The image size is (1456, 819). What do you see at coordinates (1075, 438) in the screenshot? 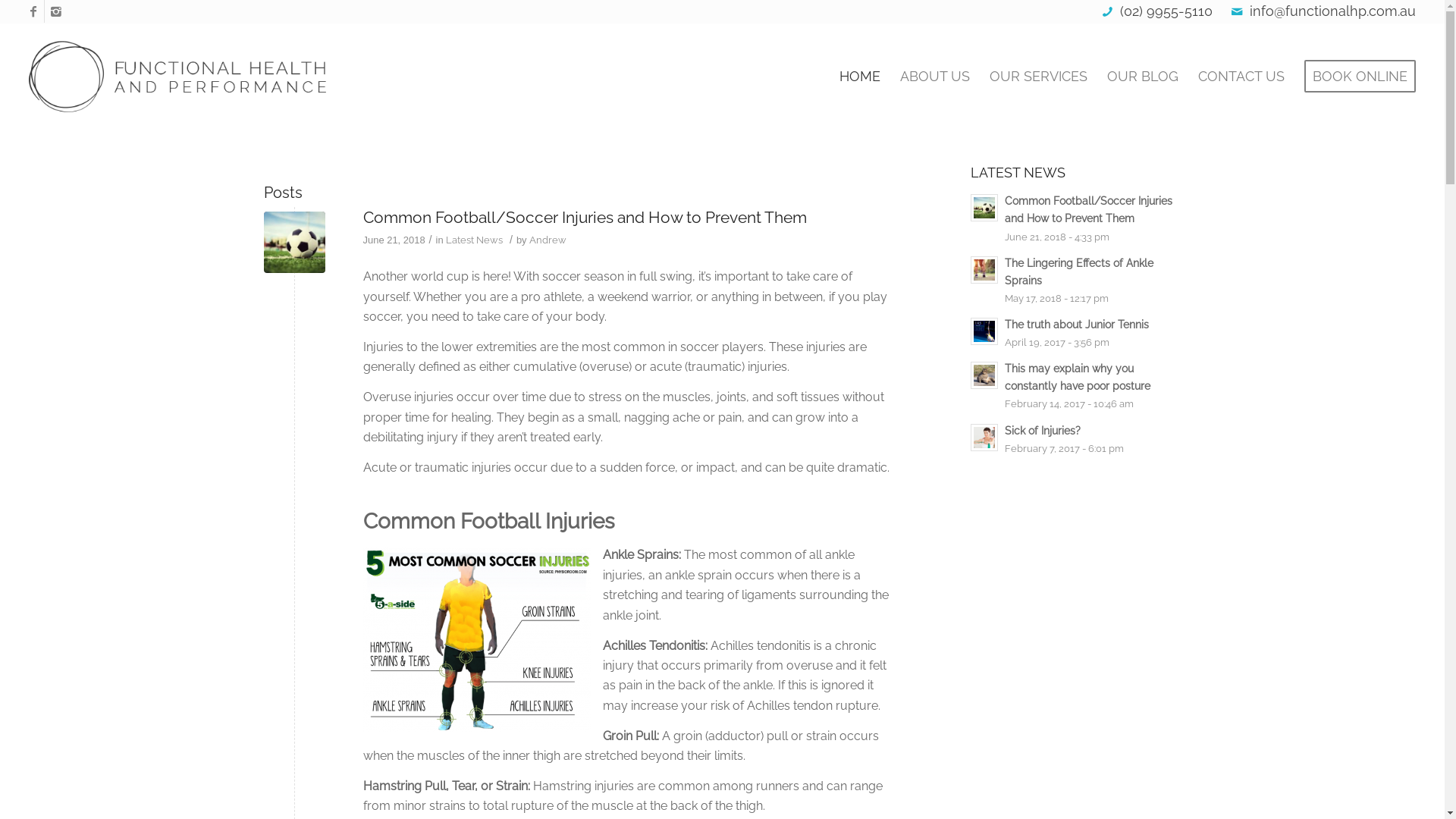
I see `'Sick of Injuries?` at bounding box center [1075, 438].